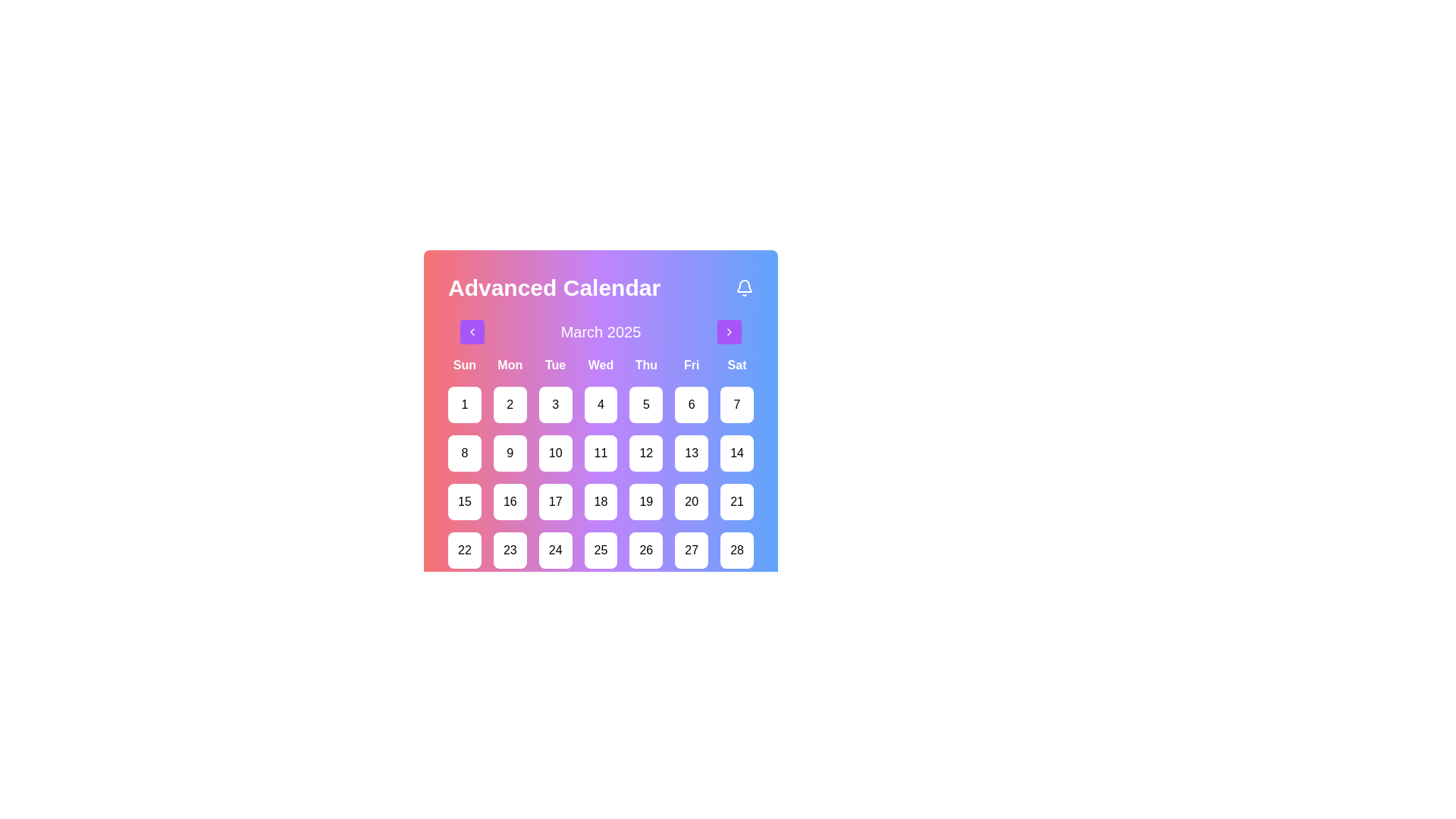 The width and height of the screenshot is (1456, 819). I want to click on the clickable calendar date cell representing the date '13', which is a rectangular button with a white background and rounded corners, so click(691, 452).